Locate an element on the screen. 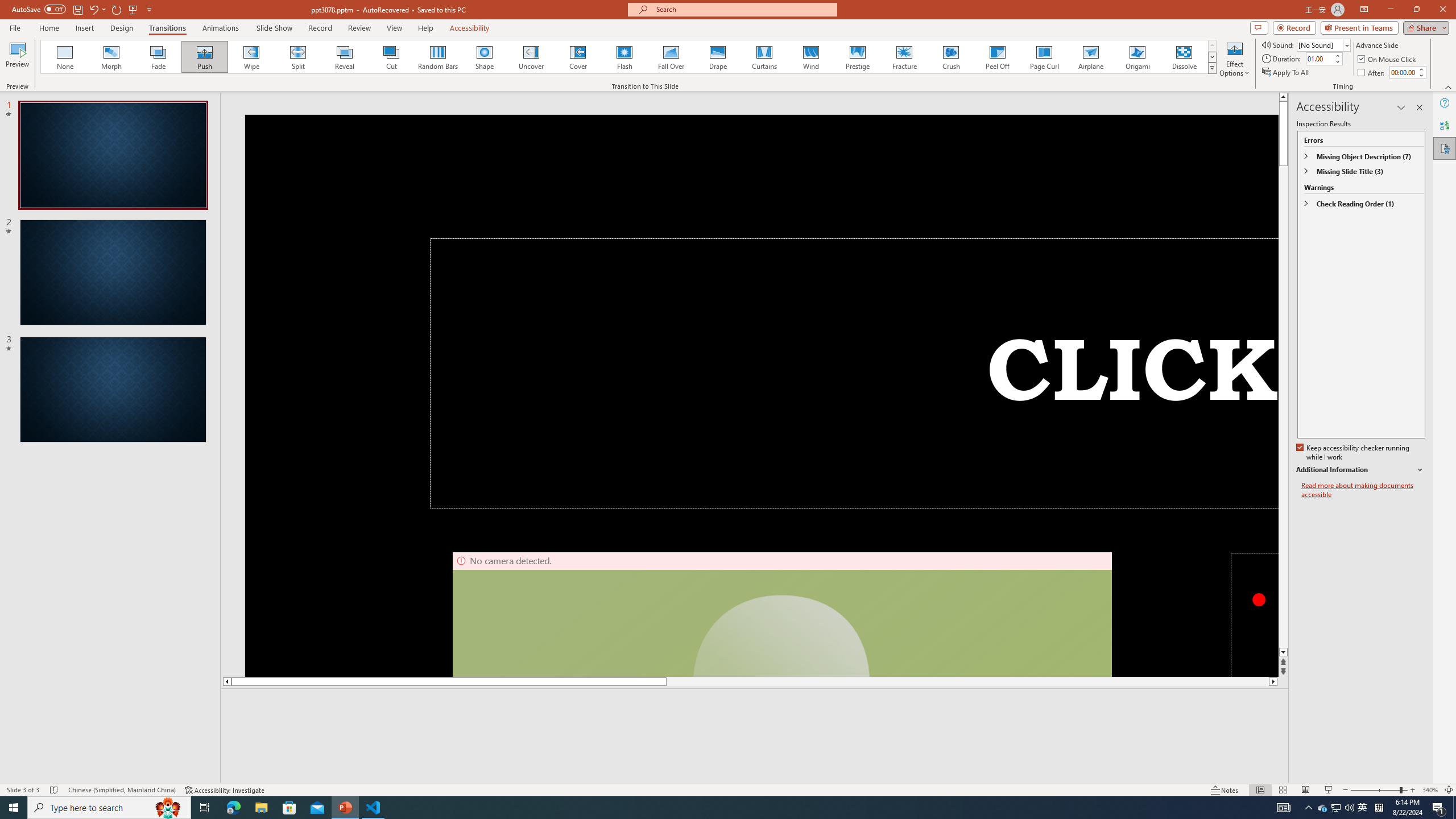  'Transition Effects' is located at coordinates (1212, 67).